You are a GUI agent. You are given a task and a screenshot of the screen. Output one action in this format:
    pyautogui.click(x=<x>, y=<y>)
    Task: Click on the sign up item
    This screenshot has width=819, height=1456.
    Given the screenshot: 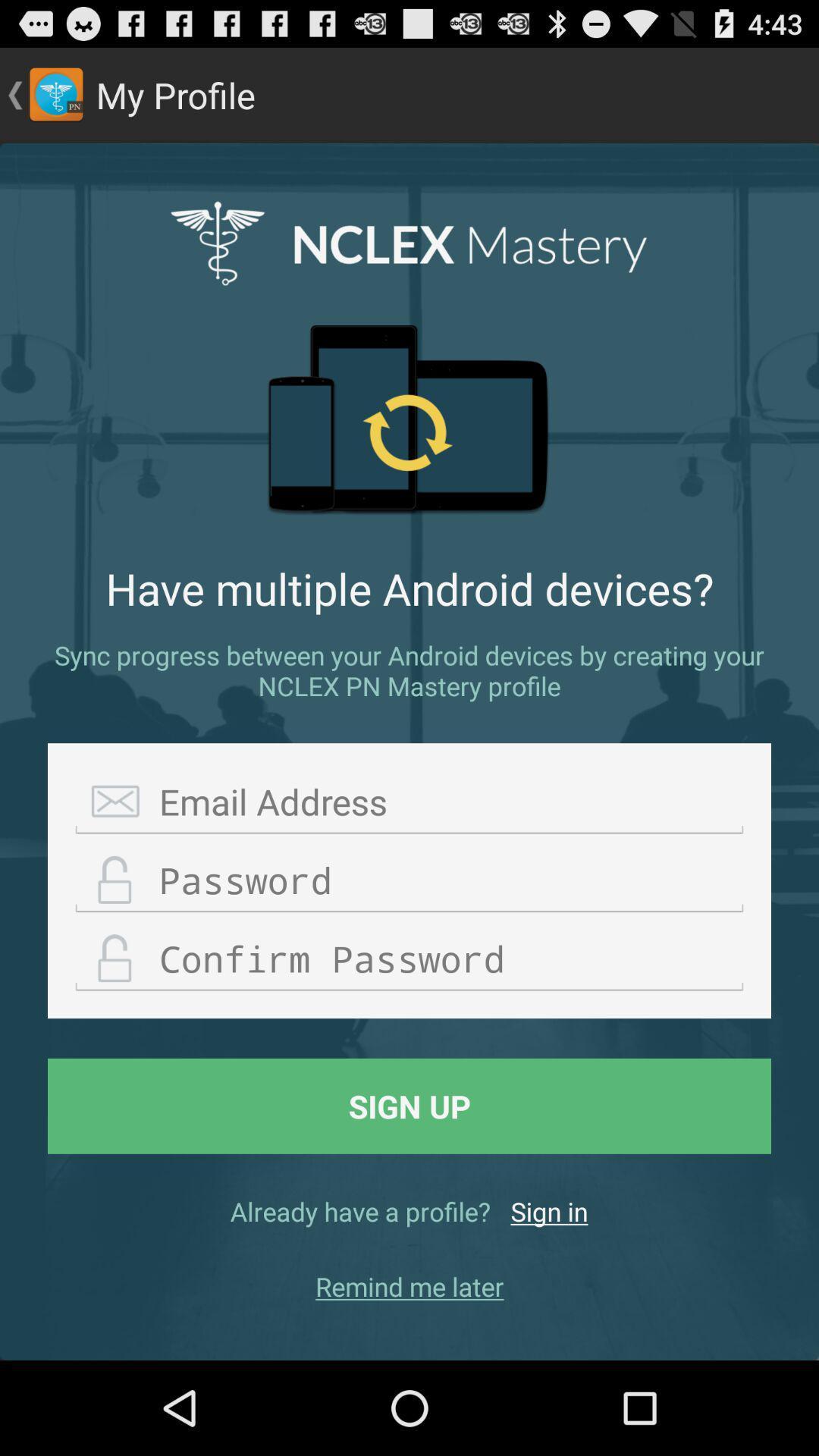 What is the action you would take?
    pyautogui.click(x=409, y=1106)
    